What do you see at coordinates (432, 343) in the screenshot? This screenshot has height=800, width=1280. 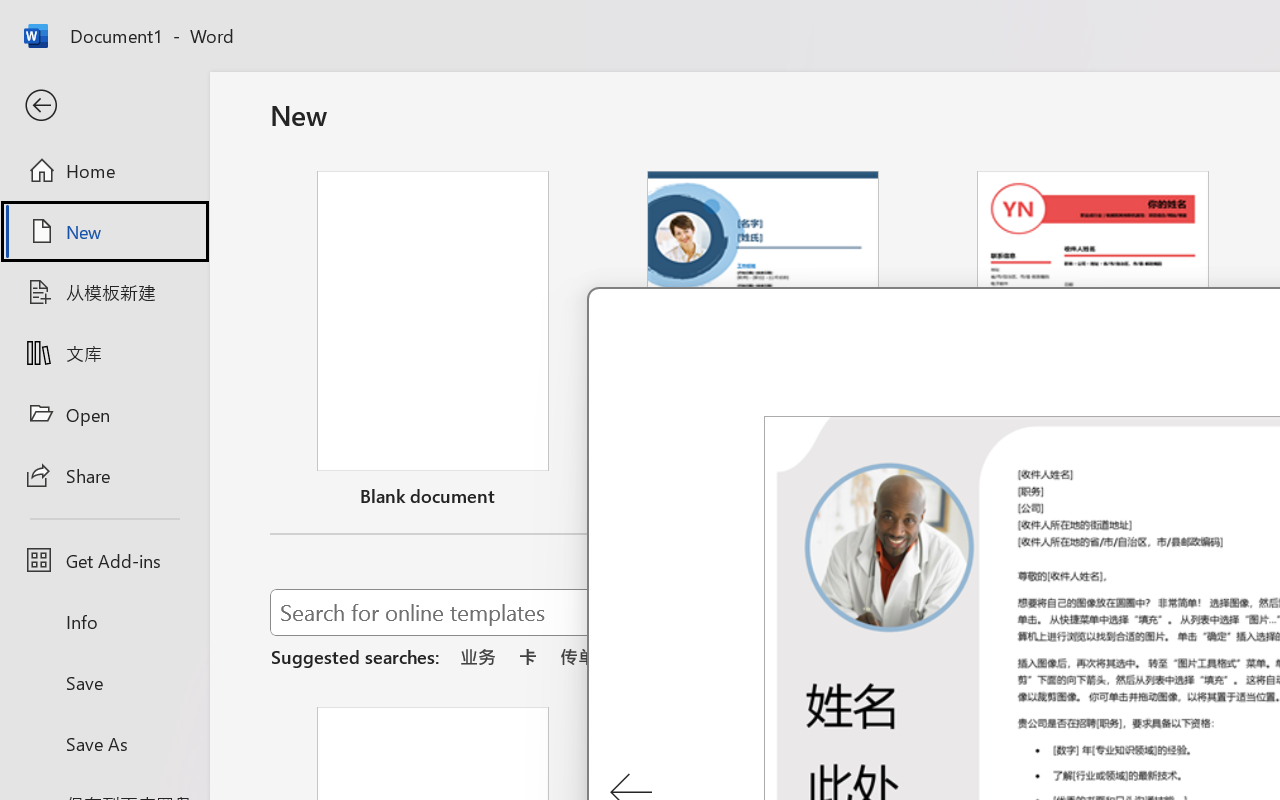 I see `'Blank document'` at bounding box center [432, 343].